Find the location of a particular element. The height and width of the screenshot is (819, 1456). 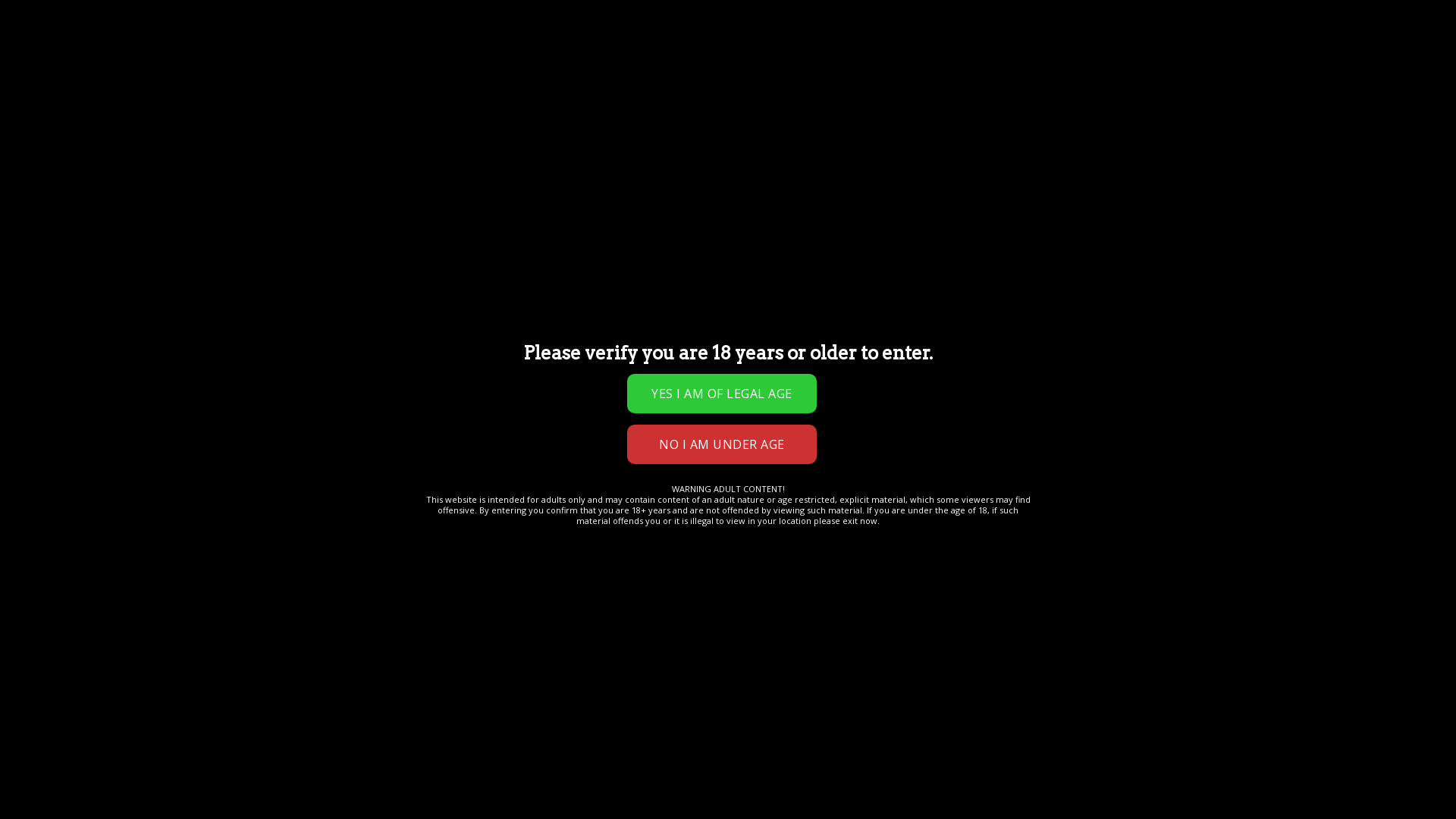

'Share on Twitter' is located at coordinates (563, 406).